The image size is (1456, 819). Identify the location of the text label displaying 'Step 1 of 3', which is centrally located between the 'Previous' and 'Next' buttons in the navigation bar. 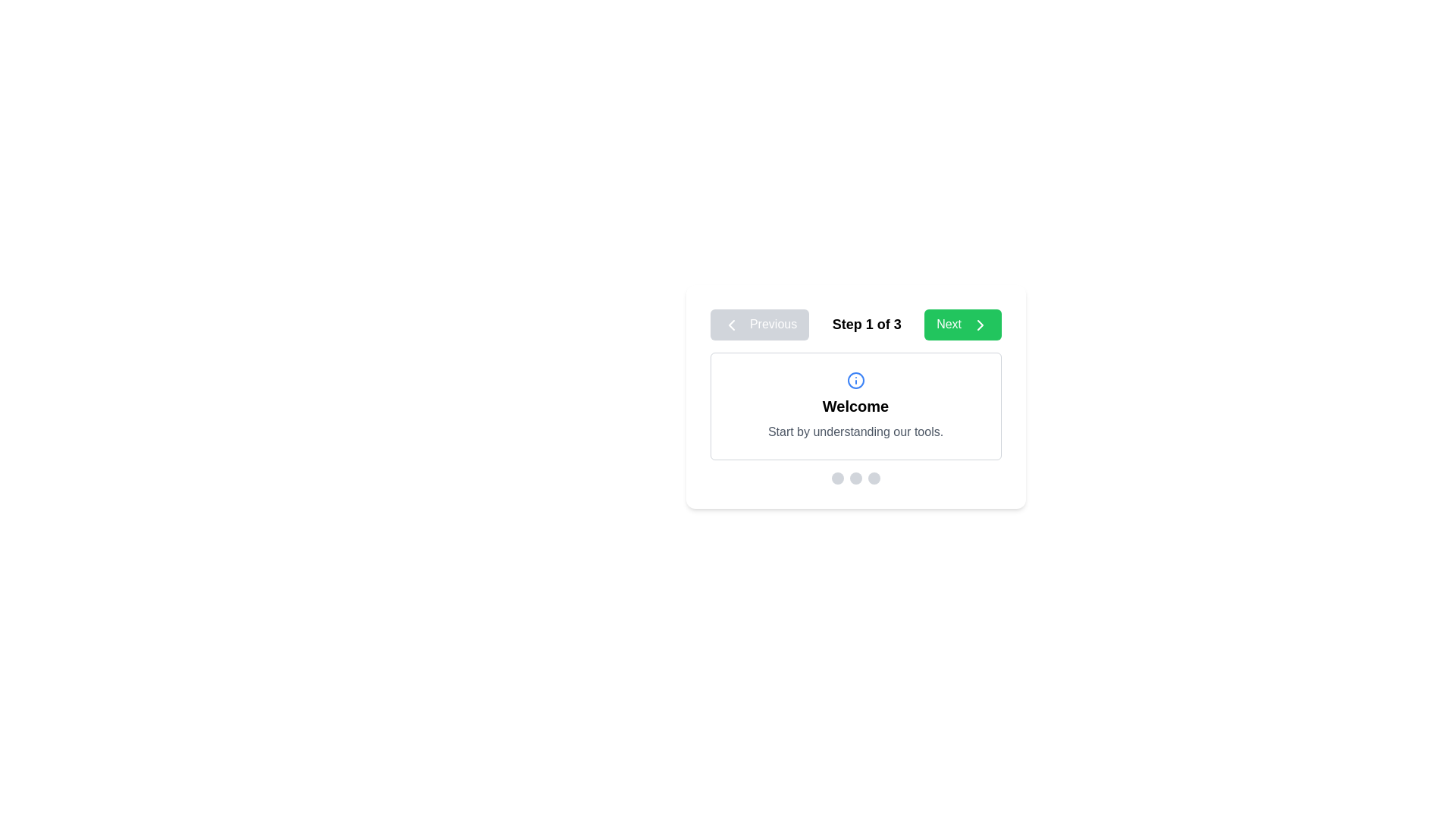
(855, 324).